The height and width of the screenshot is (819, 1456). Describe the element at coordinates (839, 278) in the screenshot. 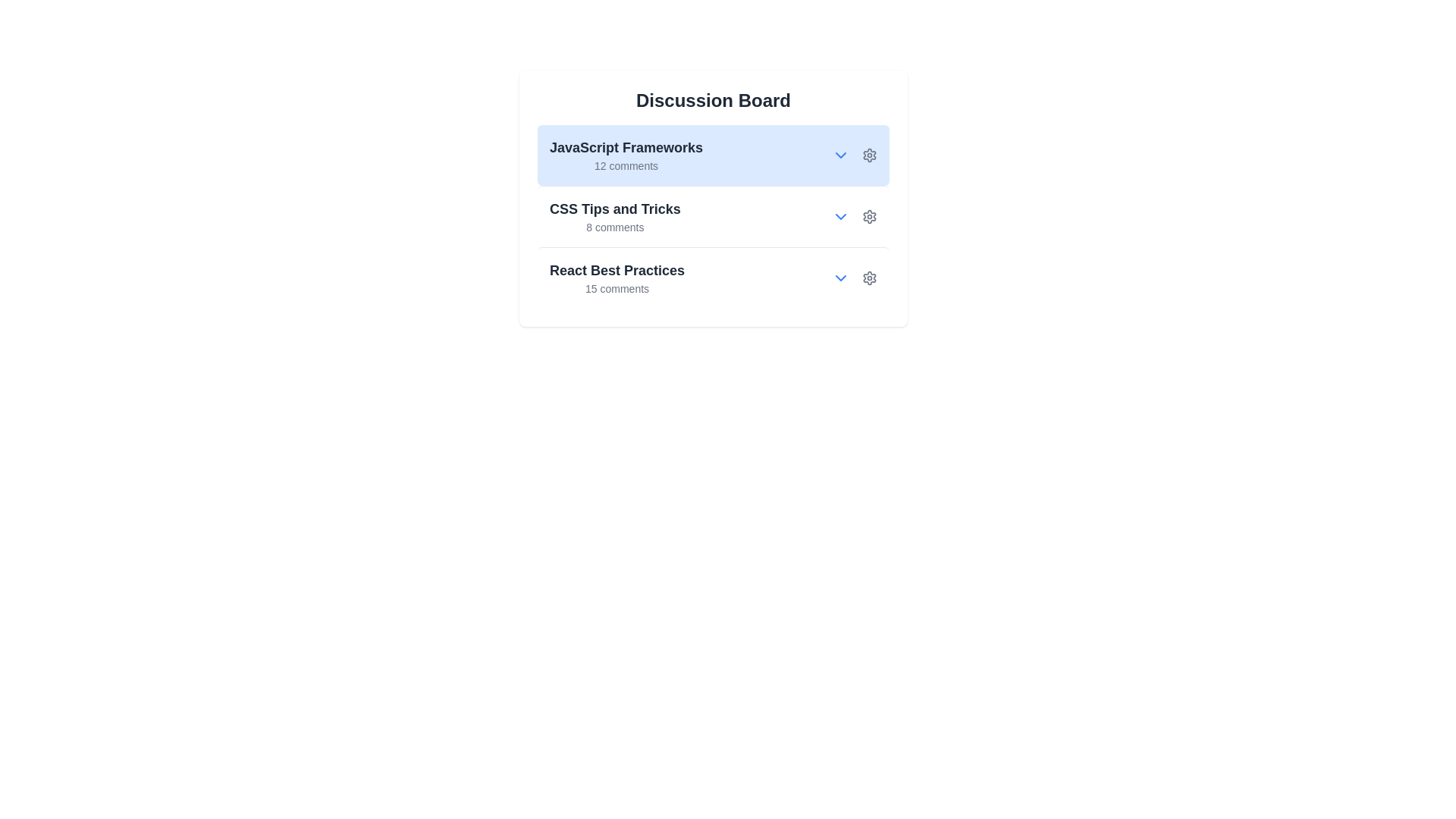

I see `the topic React Best Practices by clicking its arrow button` at that location.